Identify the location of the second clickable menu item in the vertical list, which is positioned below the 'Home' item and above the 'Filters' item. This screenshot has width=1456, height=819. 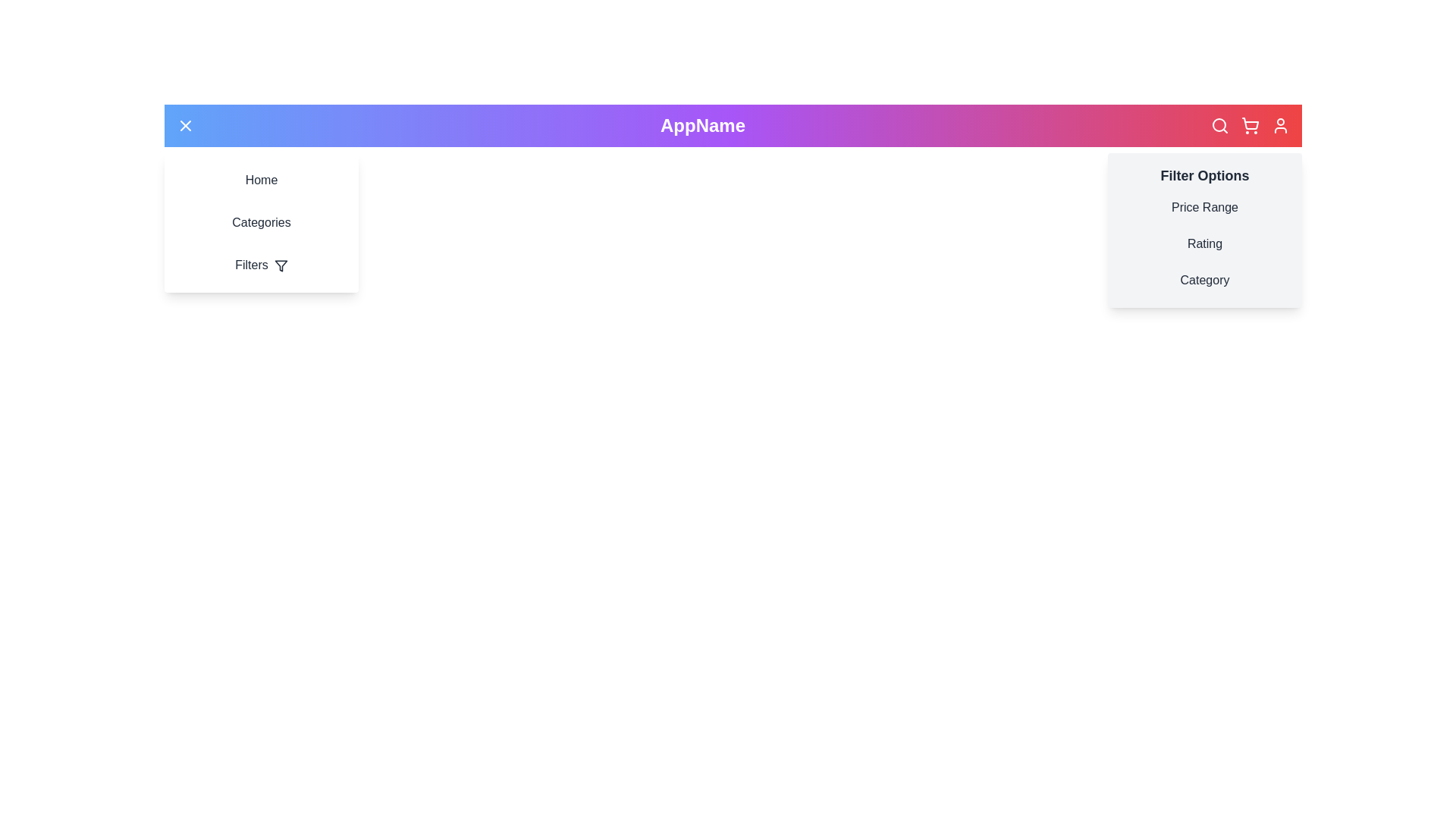
(262, 222).